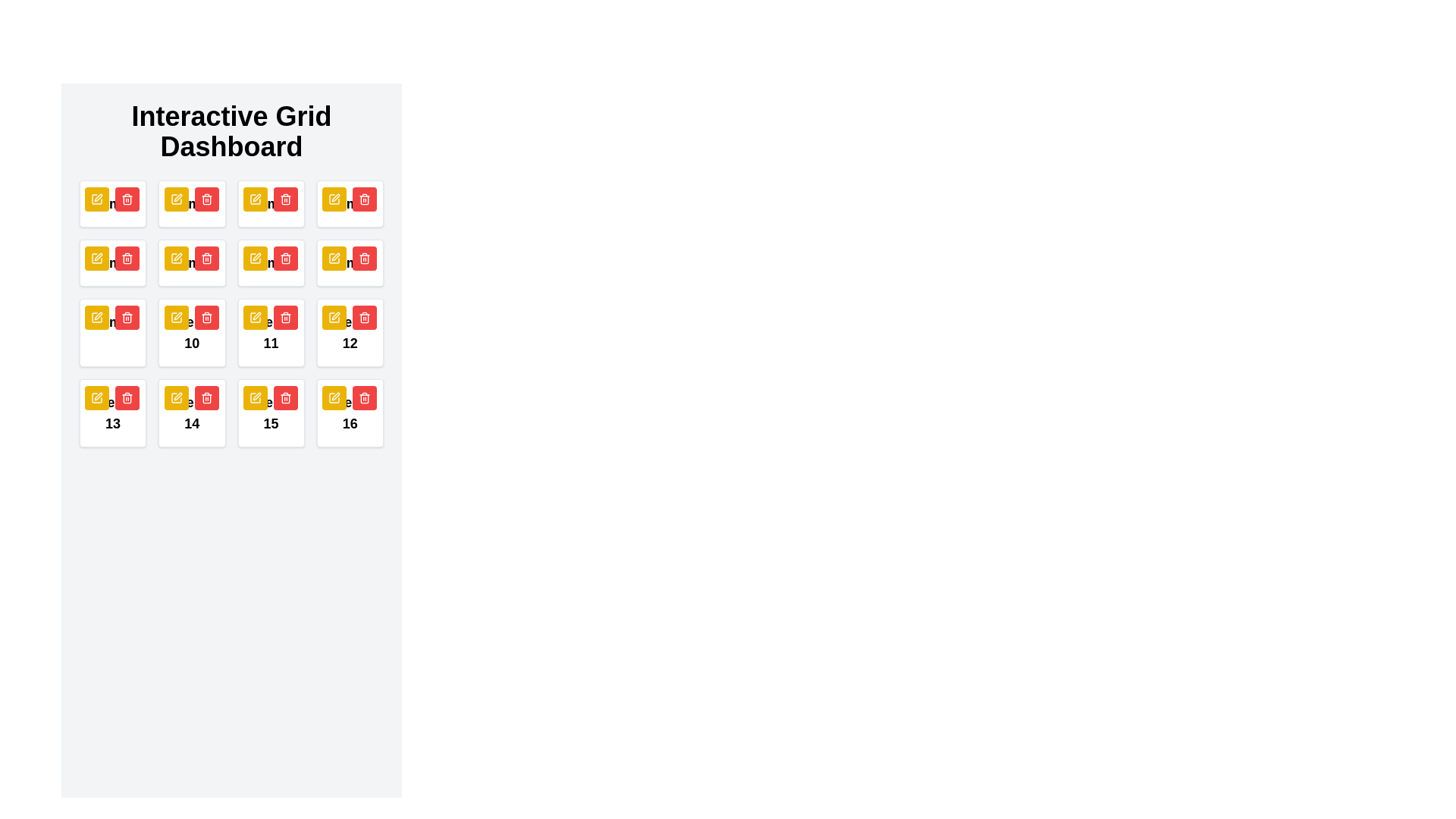 This screenshot has height=819, width=1456. I want to click on the left editing button located at the top-right of the grid cell, so click(96, 317).